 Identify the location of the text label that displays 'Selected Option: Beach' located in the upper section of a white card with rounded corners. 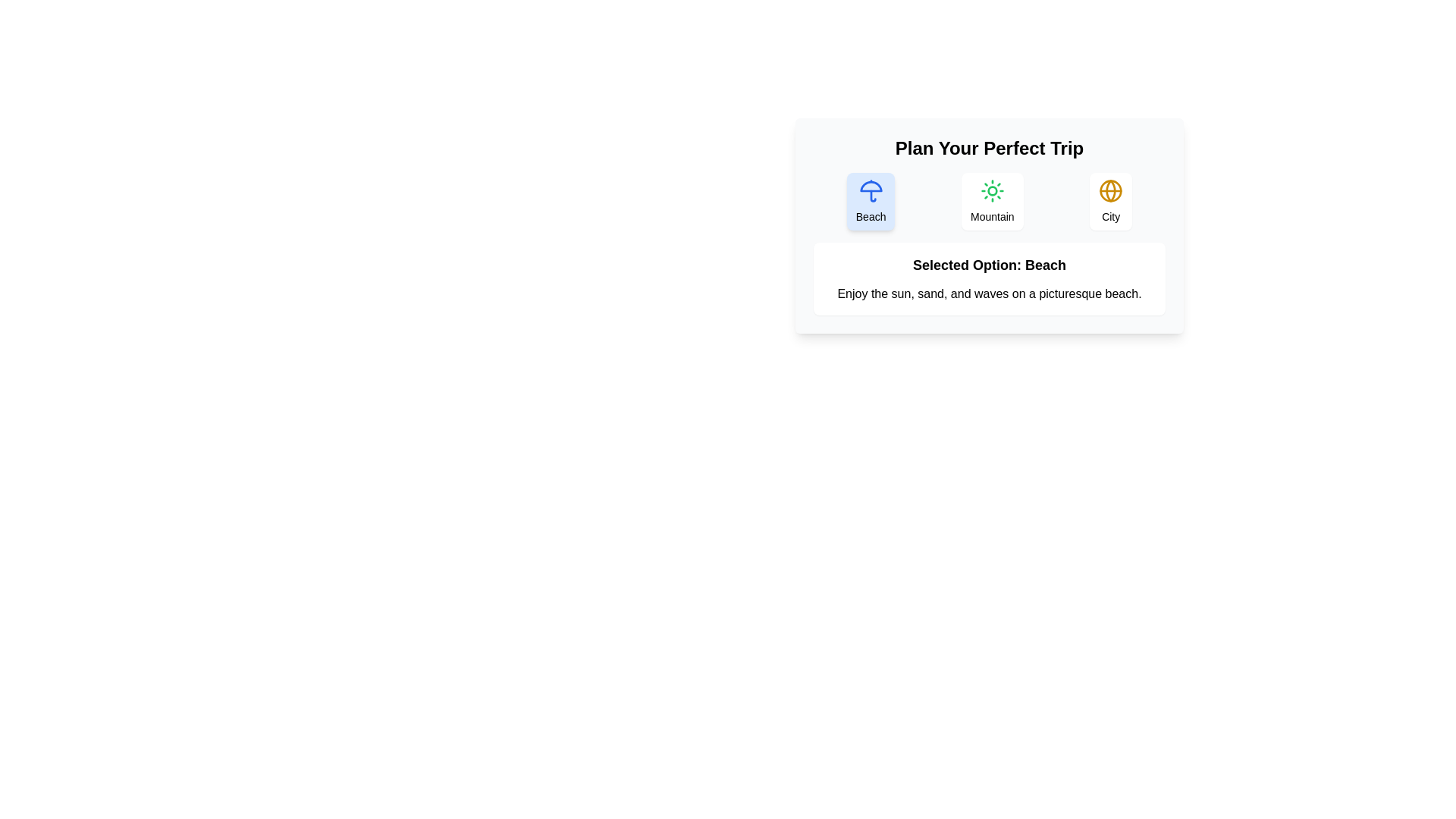
(990, 265).